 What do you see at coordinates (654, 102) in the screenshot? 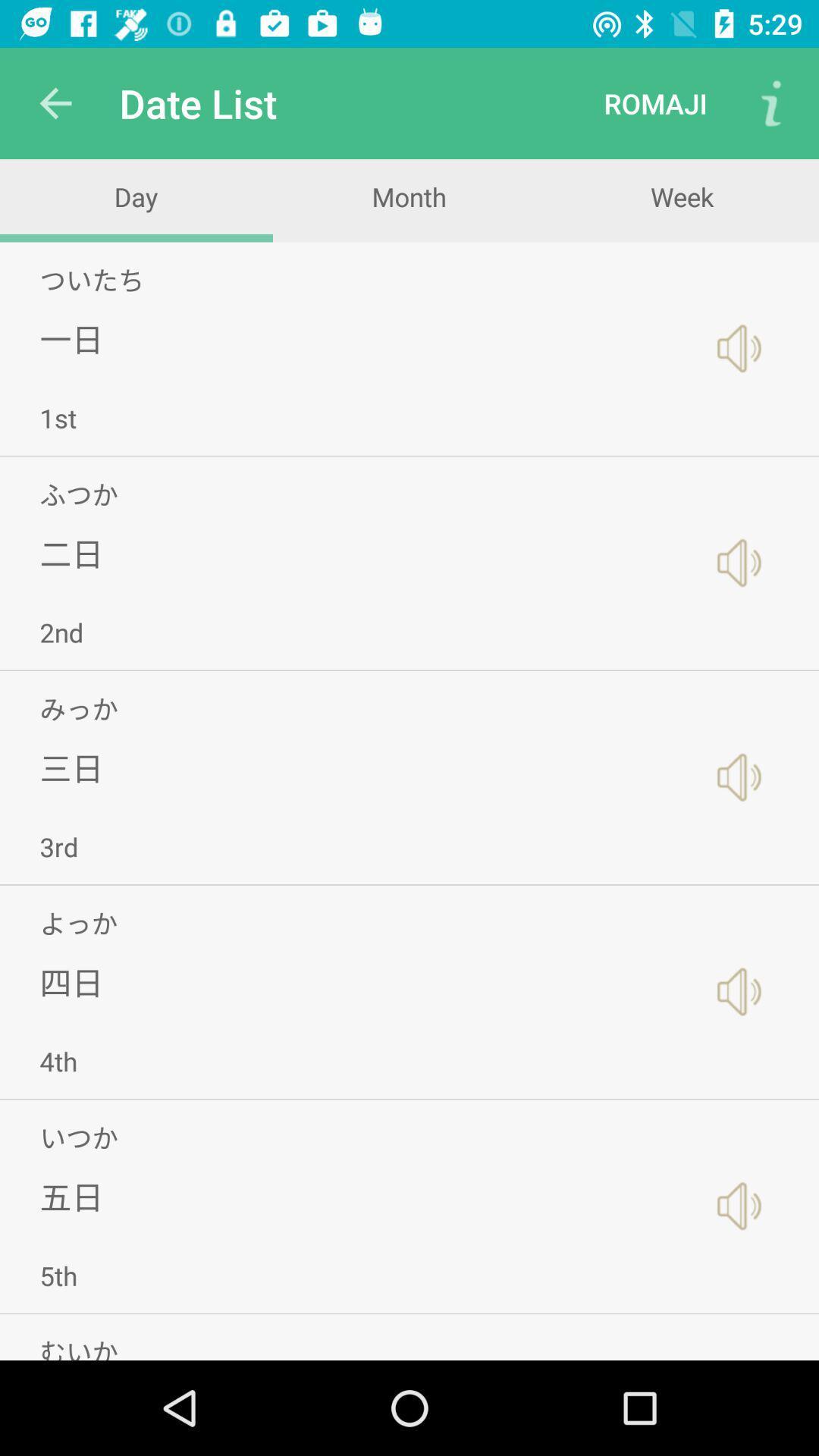
I see `the romaji item` at bounding box center [654, 102].